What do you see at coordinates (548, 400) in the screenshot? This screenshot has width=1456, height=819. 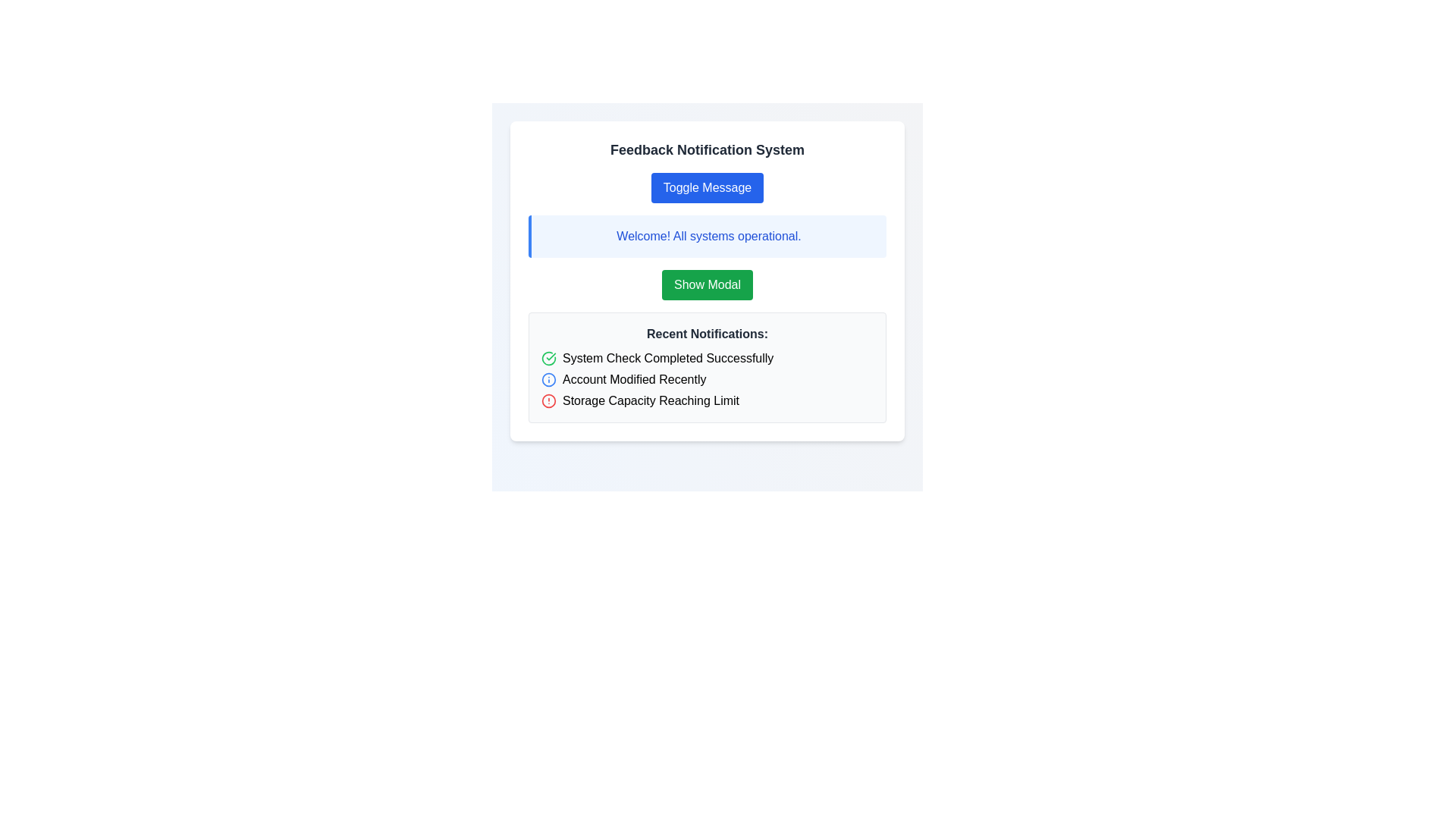 I see `the presence of the red circular alert icon located in the 'Recent Notifications' section, which is positioned to the left of the text 'Storage Capacity Reaching Limit'` at bounding box center [548, 400].